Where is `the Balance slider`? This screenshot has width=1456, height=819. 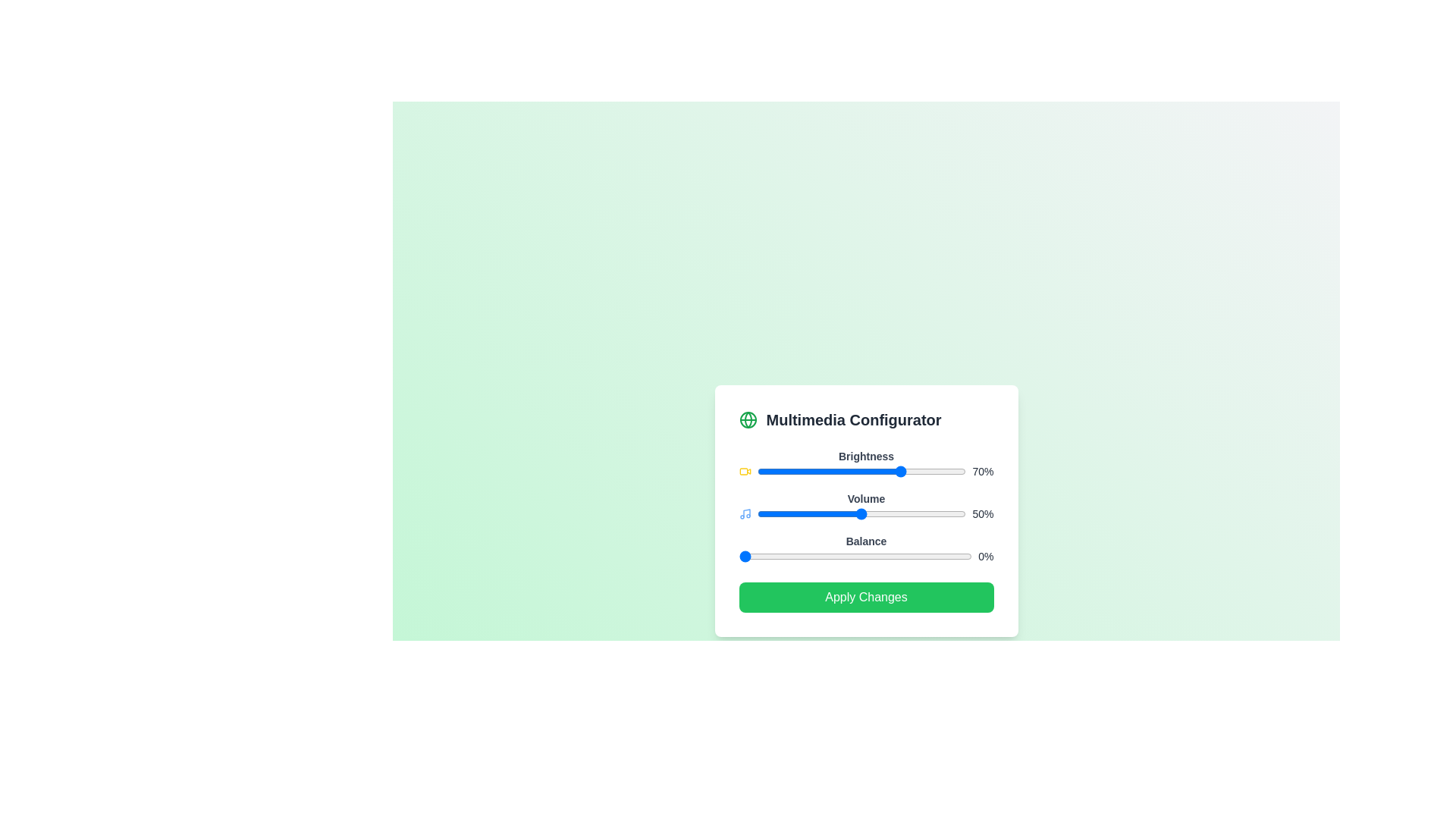 the Balance slider is located at coordinates (855, 556).